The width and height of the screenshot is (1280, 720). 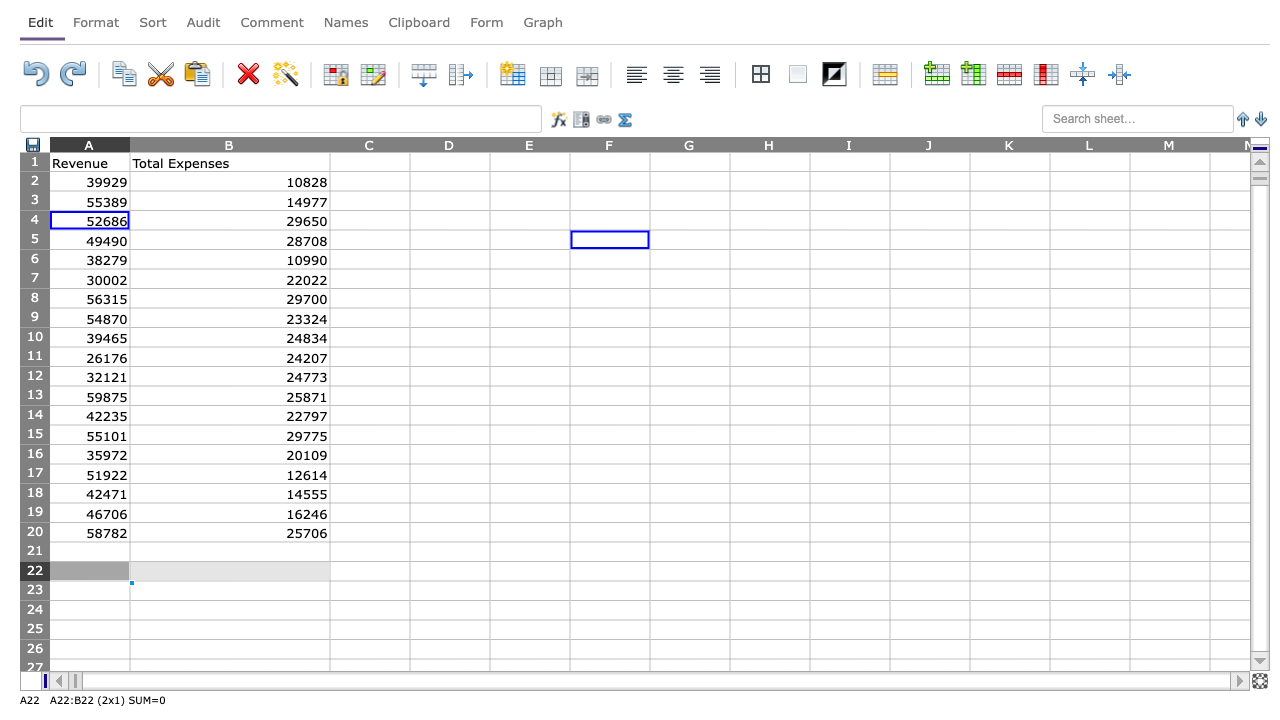 What do you see at coordinates (34, 589) in the screenshot?
I see `row 23` at bounding box center [34, 589].